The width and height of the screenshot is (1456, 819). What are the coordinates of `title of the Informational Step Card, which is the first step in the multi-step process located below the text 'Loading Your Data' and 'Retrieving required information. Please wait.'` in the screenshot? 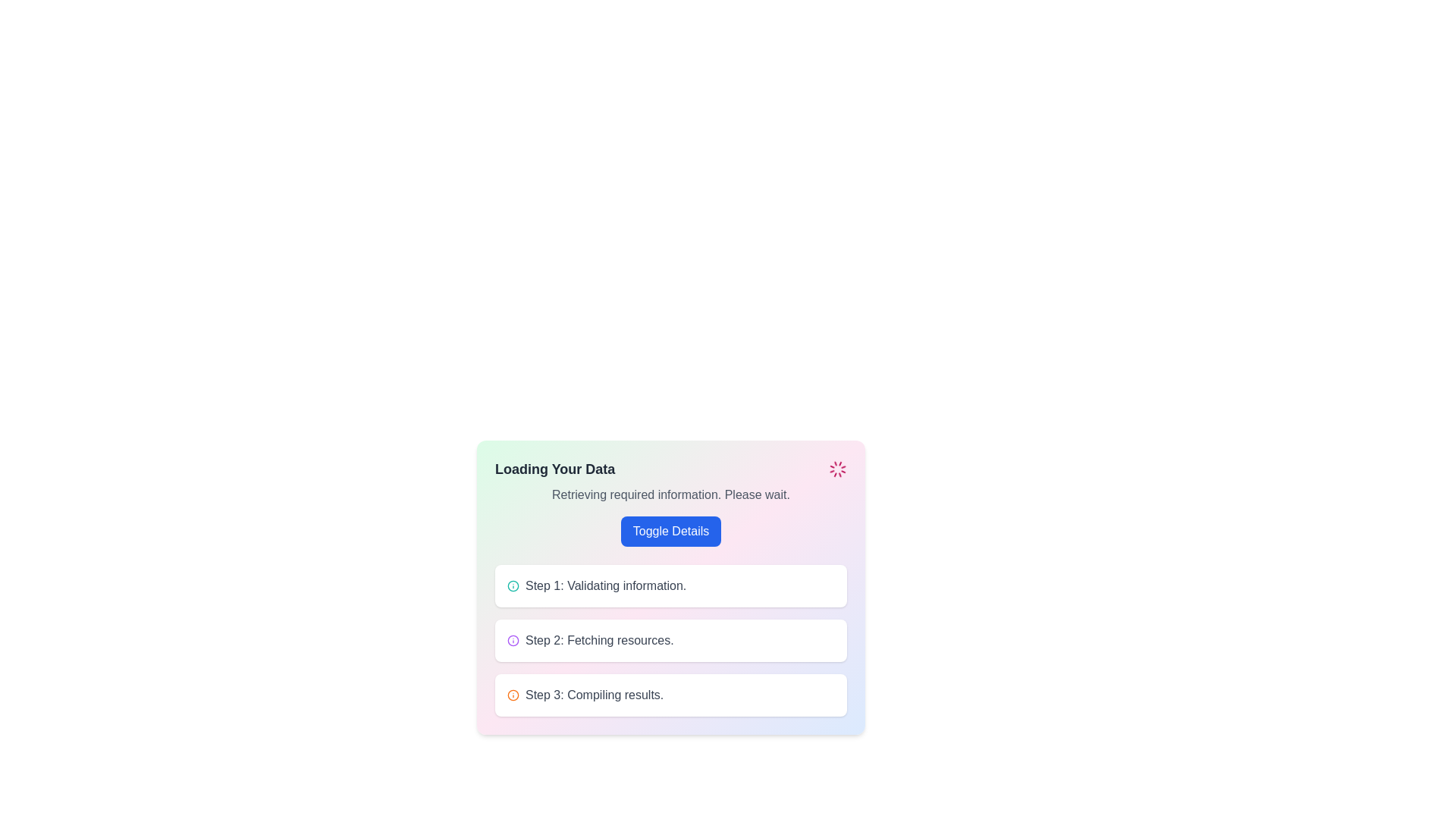 It's located at (670, 585).